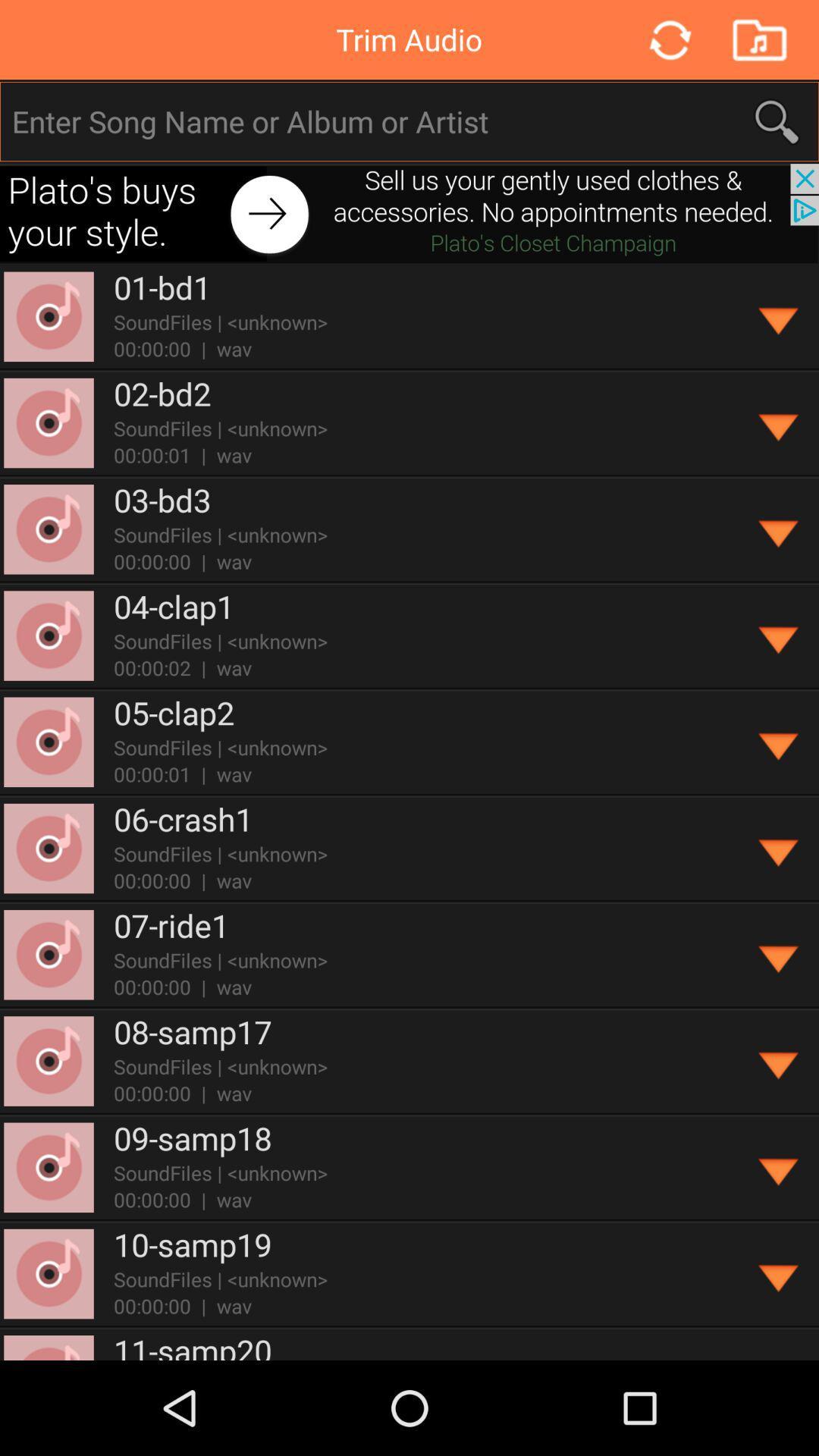  Describe the element at coordinates (779, 1060) in the screenshot. I see `option details` at that location.